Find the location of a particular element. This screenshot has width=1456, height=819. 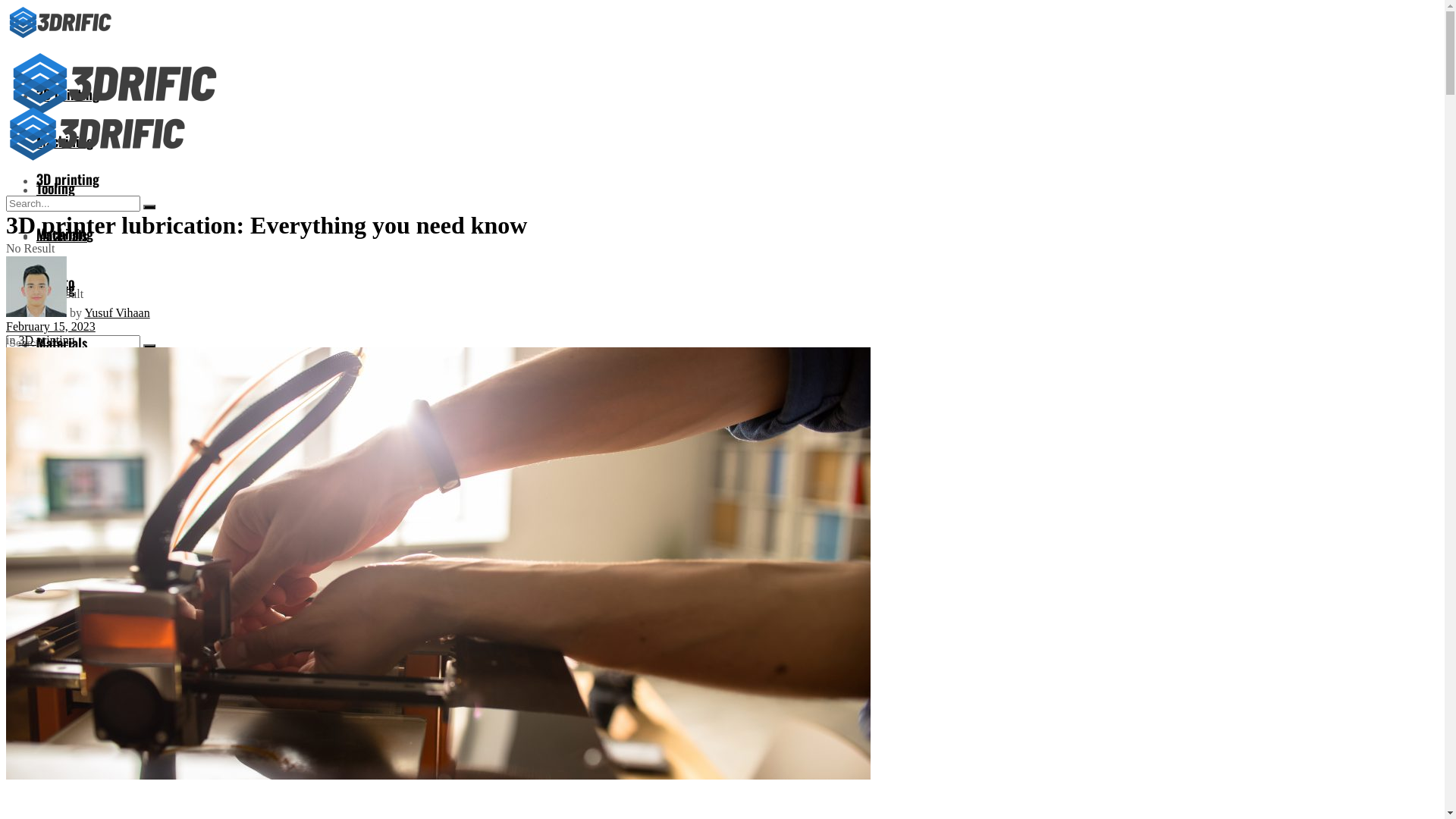

'Materials' is located at coordinates (61, 342).